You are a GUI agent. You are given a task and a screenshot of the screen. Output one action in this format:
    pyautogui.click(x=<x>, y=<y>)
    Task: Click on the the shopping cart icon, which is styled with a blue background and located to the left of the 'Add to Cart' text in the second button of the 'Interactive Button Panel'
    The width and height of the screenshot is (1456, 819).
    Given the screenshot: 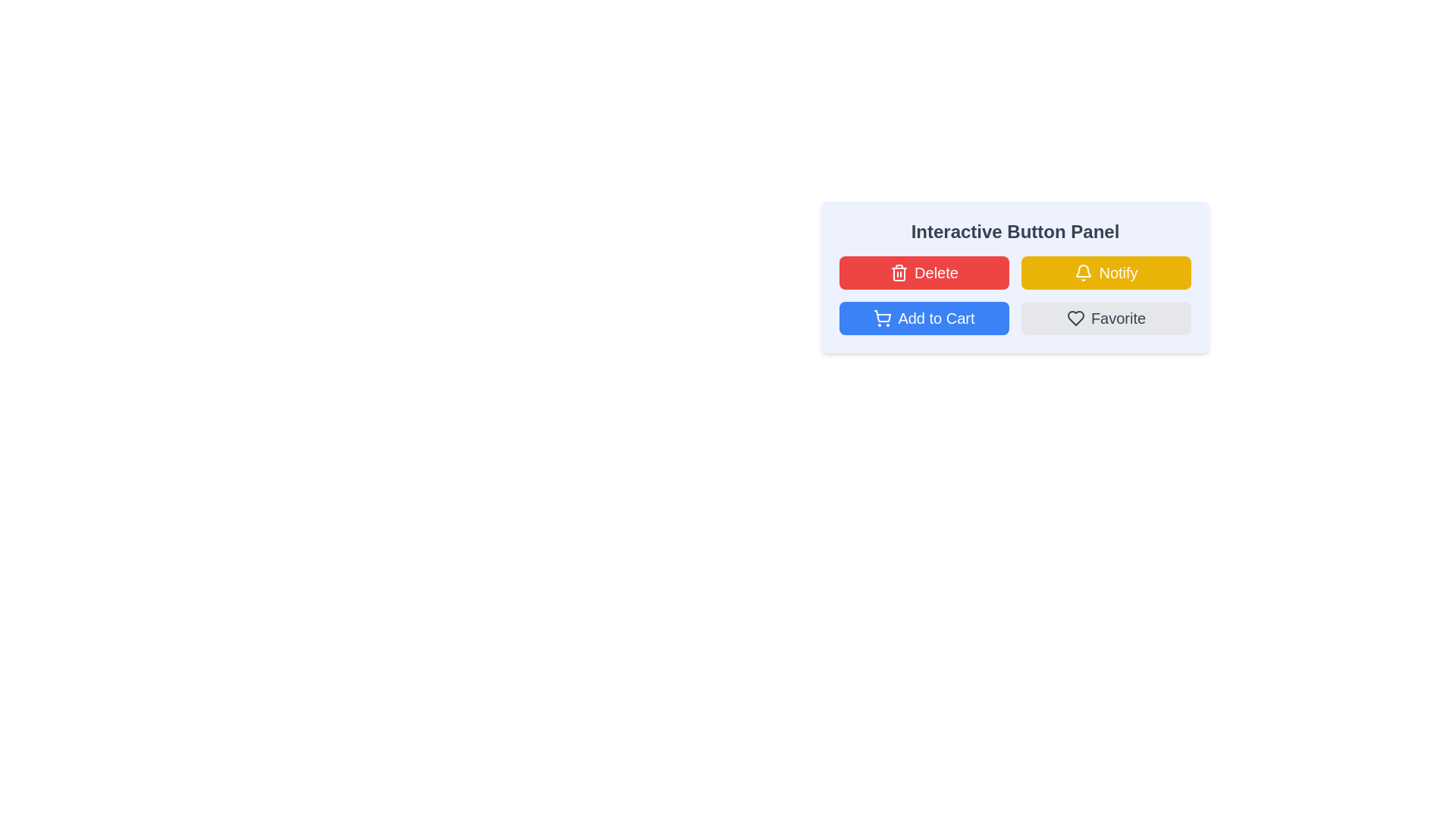 What is the action you would take?
    pyautogui.click(x=883, y=318)
    